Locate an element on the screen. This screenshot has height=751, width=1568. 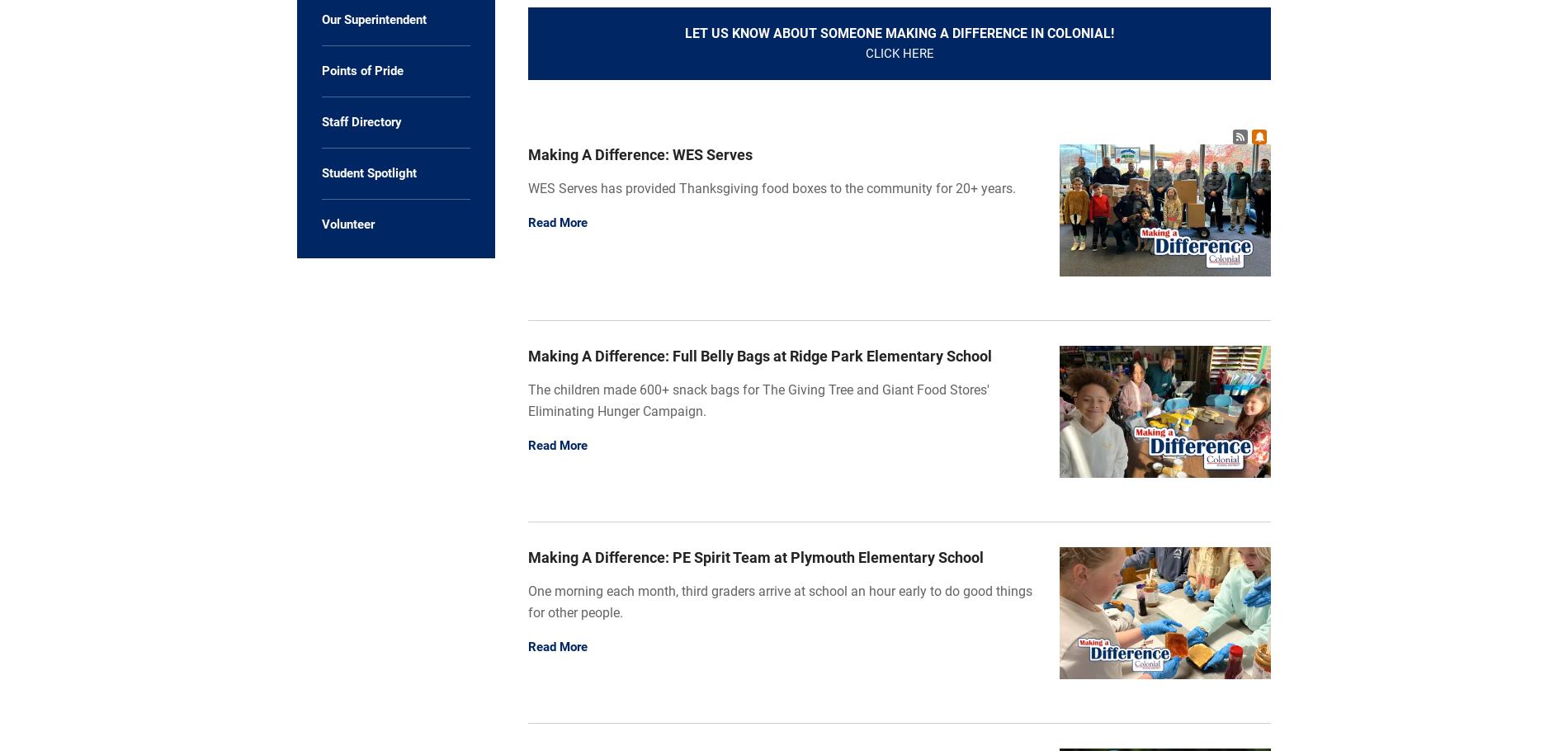
'Volunteer' is located at coordinates (321, 223).